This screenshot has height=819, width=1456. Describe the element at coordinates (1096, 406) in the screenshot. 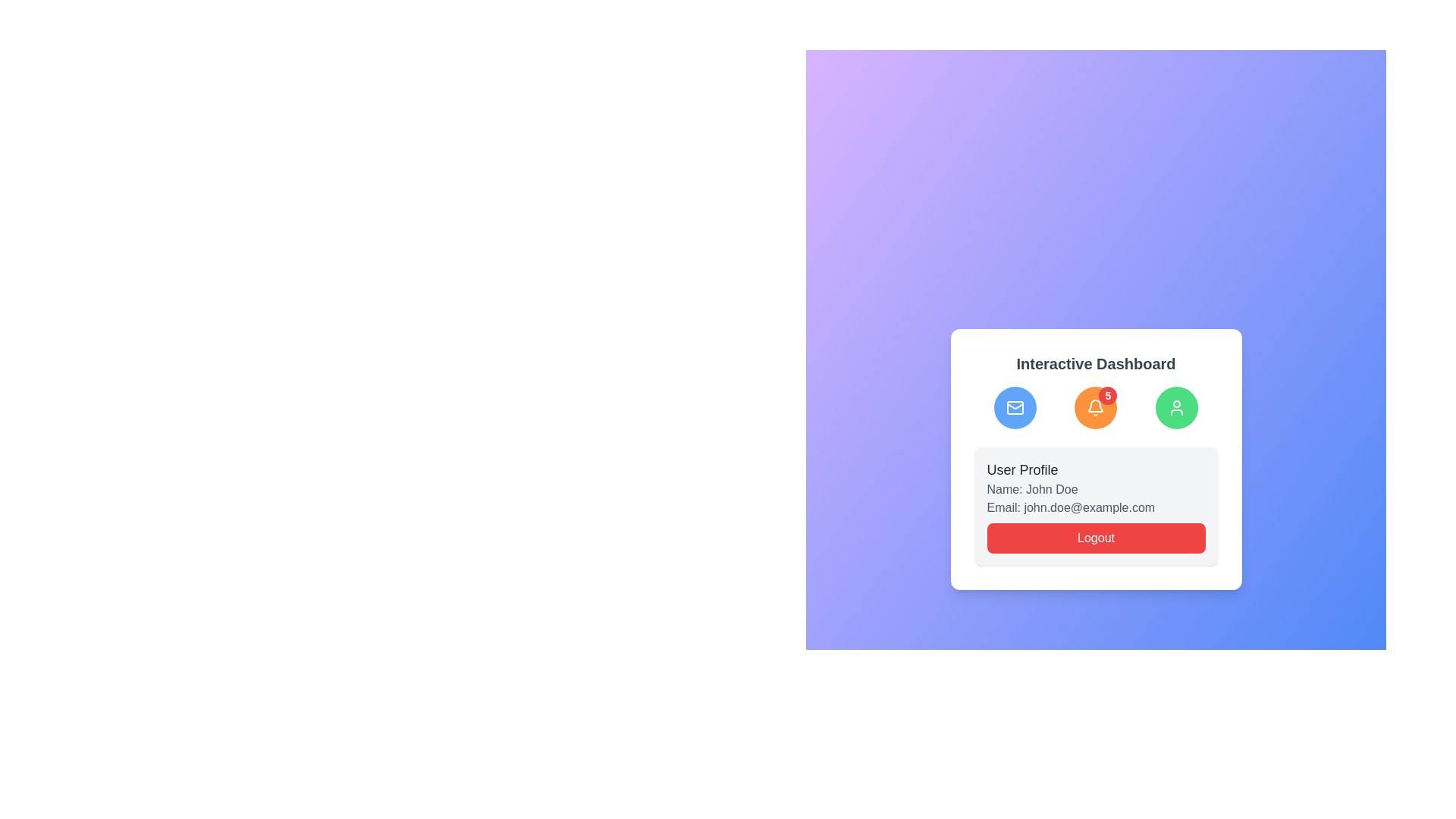

I see `the circular orange Notification button with a white bell icon and a red badge displaying '5'` at that location.